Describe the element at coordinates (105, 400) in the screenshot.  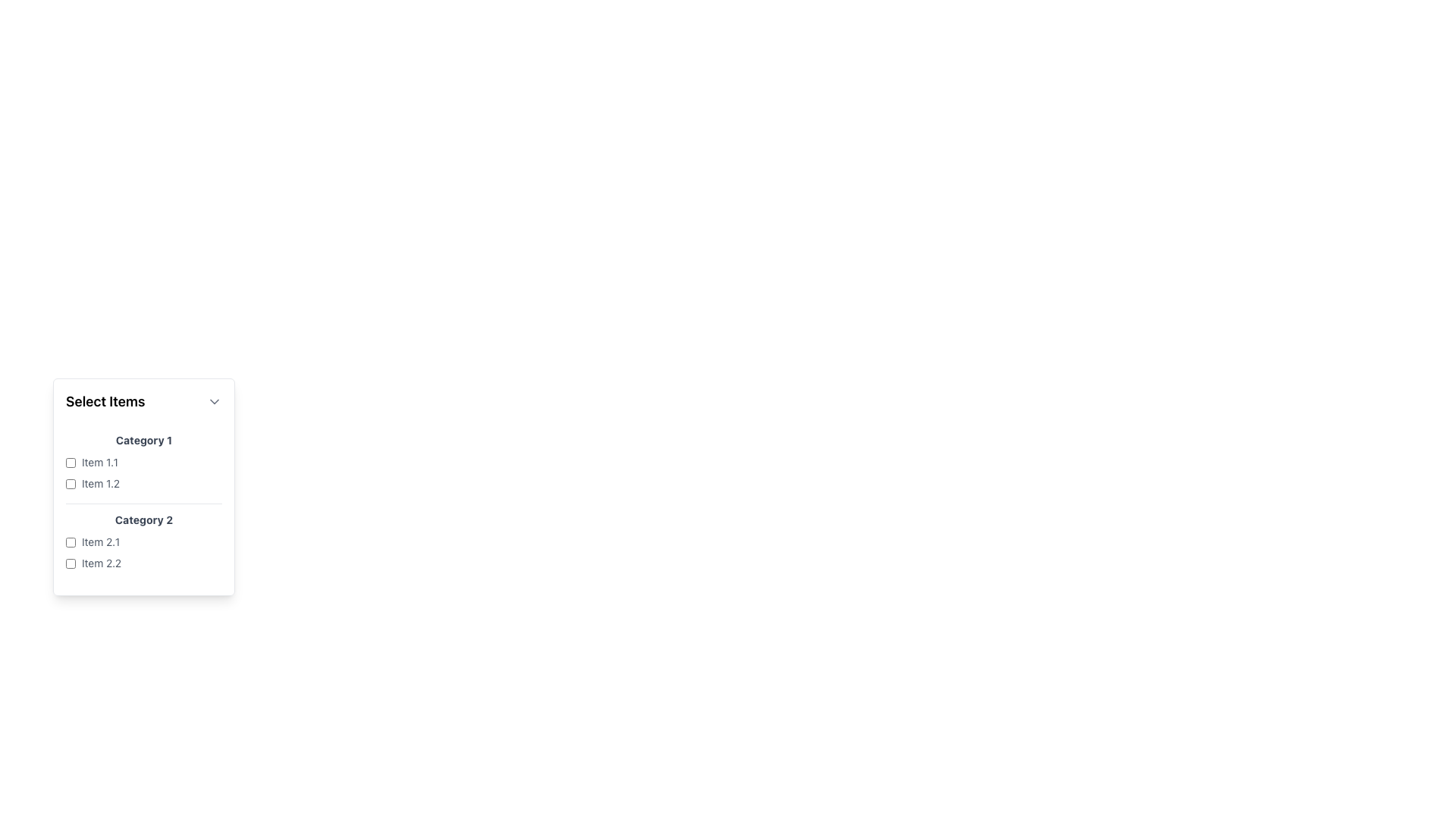
I see `Text Label that serves as the title for the dropdown, positioned above the categories 'Category 1' and 'Category 2', and aligned to the left of a chevron-down icon` at that location.